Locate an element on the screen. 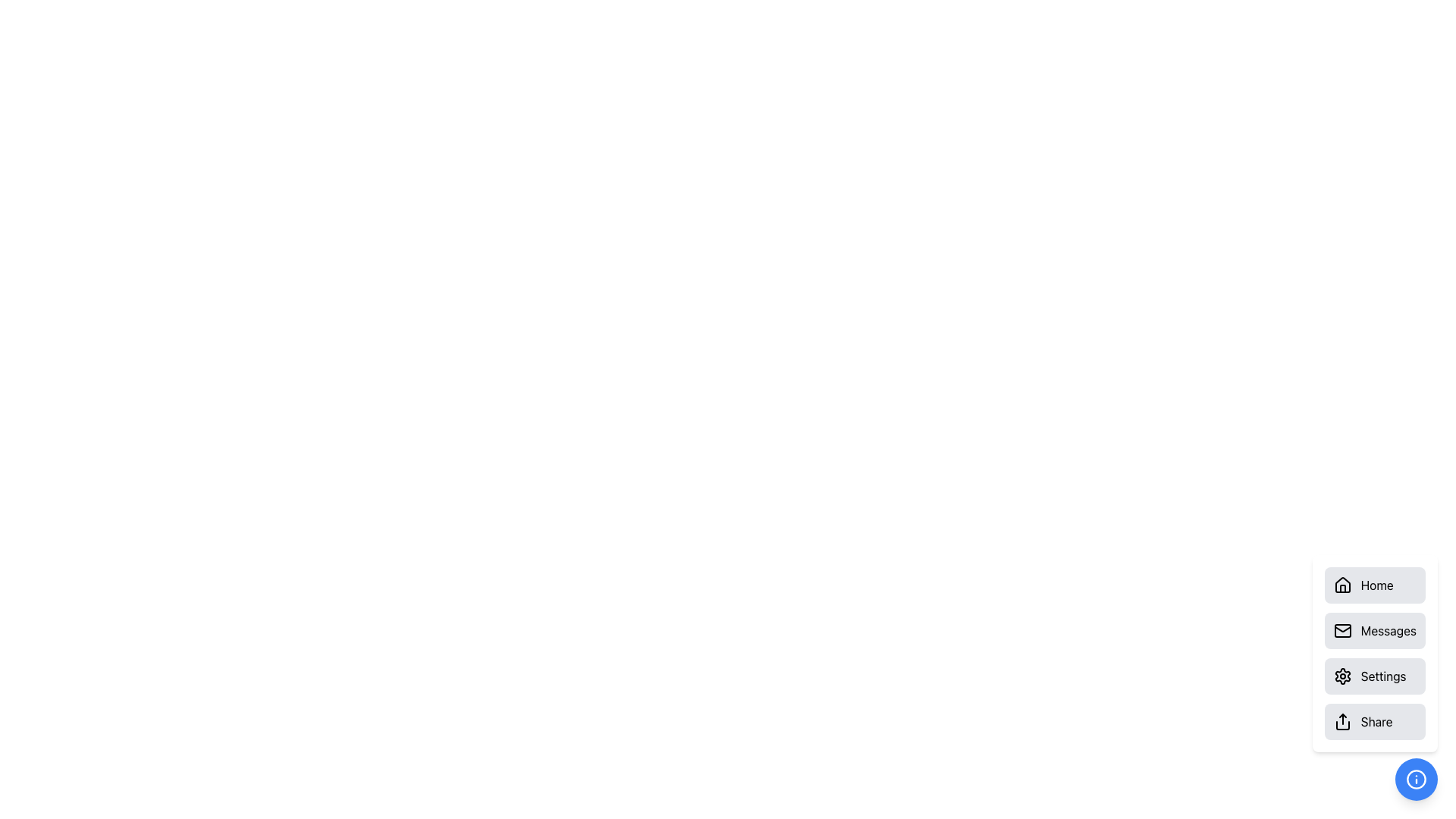 The height and width of the screenshot is (819, 1456). the fourth button in the vertical stack located at the bottom-right corner of the interface is located at coordinates (1375, 721).